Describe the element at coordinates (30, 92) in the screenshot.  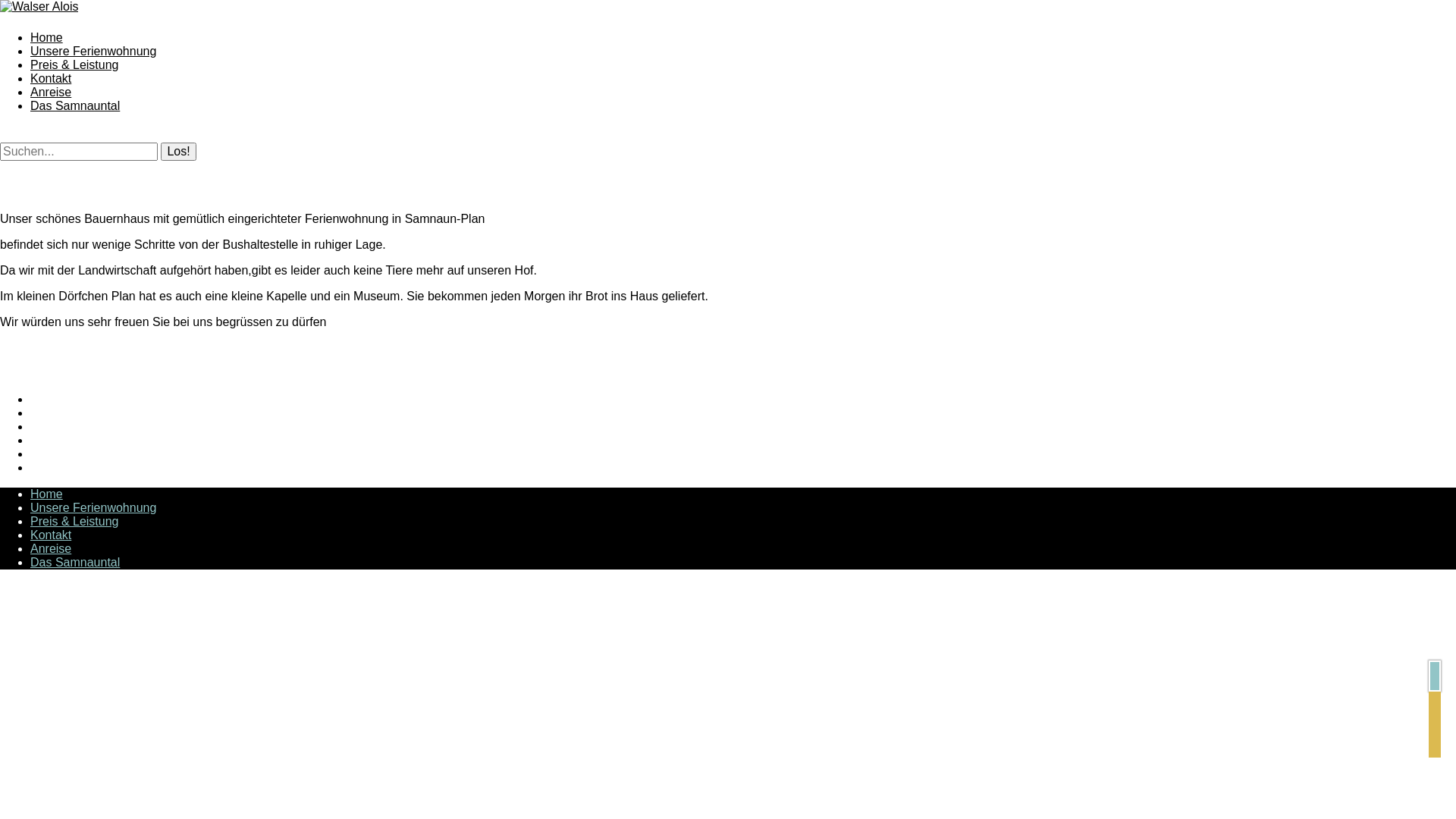
I see `'Anreise'` at that location.